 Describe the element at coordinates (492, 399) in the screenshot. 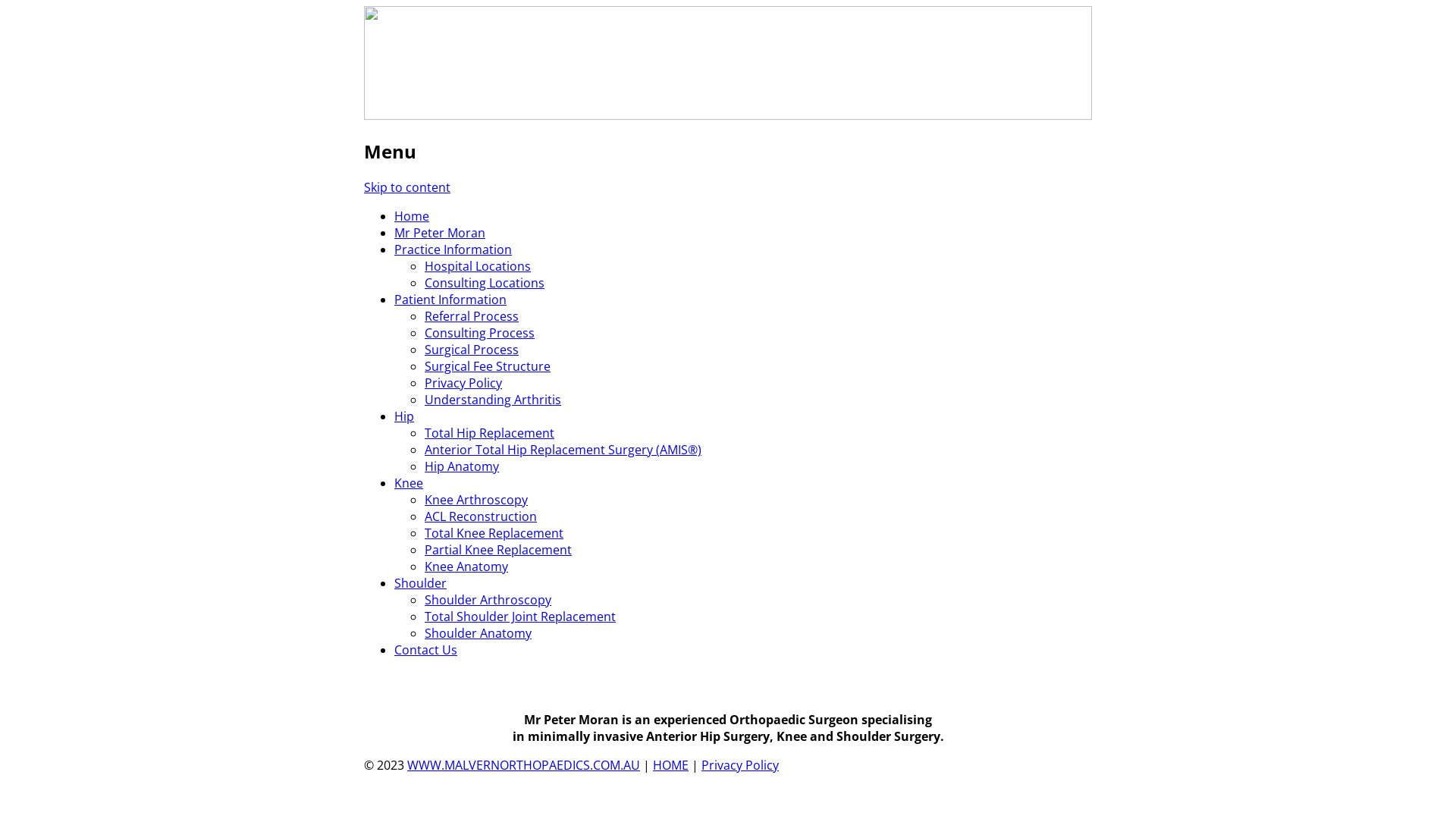

I see `'Understanding Arthritis'` at that location.